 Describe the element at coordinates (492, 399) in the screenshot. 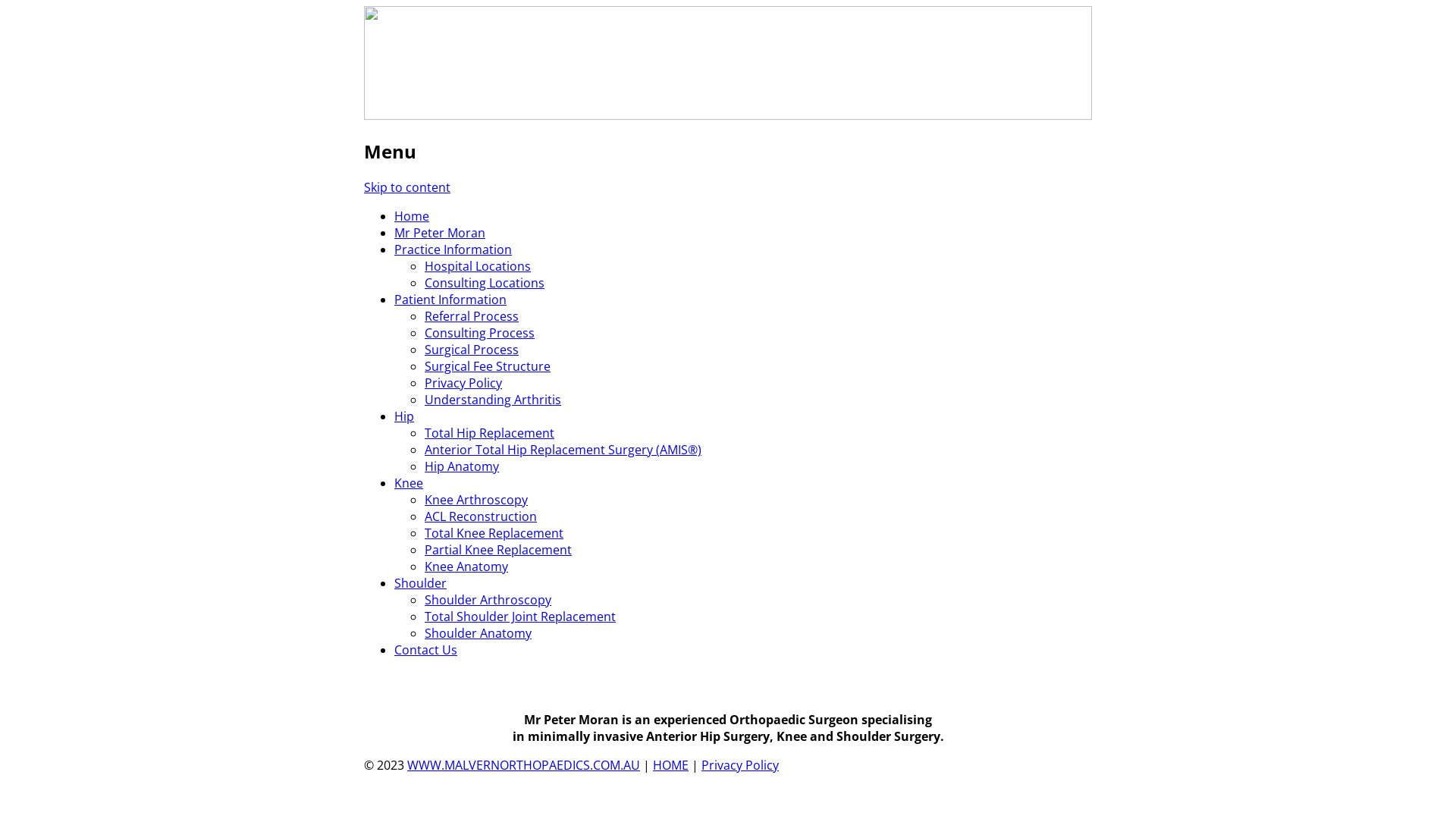

I see `'Understanding Arthritis'` at that location.